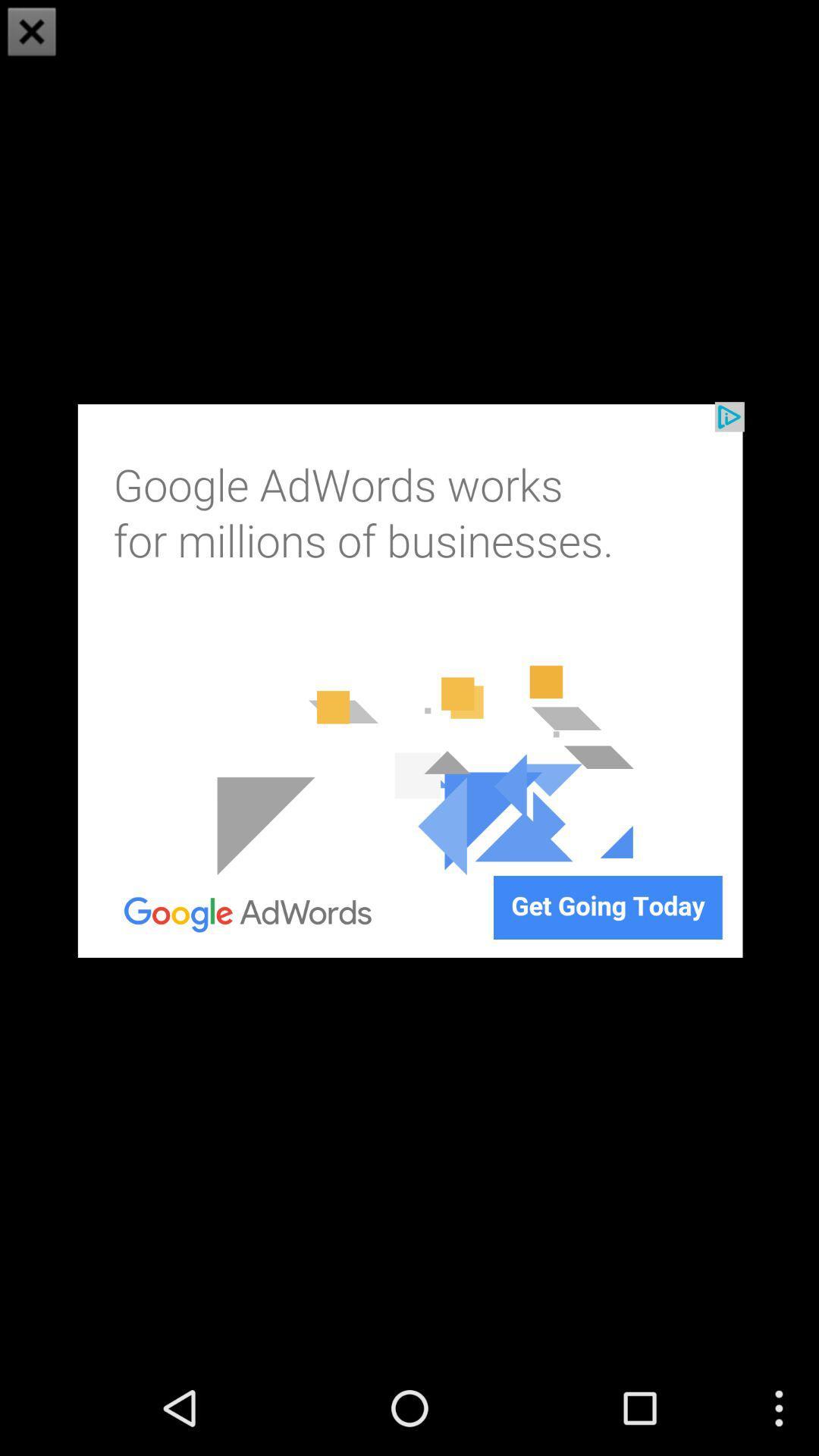 The image size is (819, 1456). I want to click on the close icon, so click(32, 33).